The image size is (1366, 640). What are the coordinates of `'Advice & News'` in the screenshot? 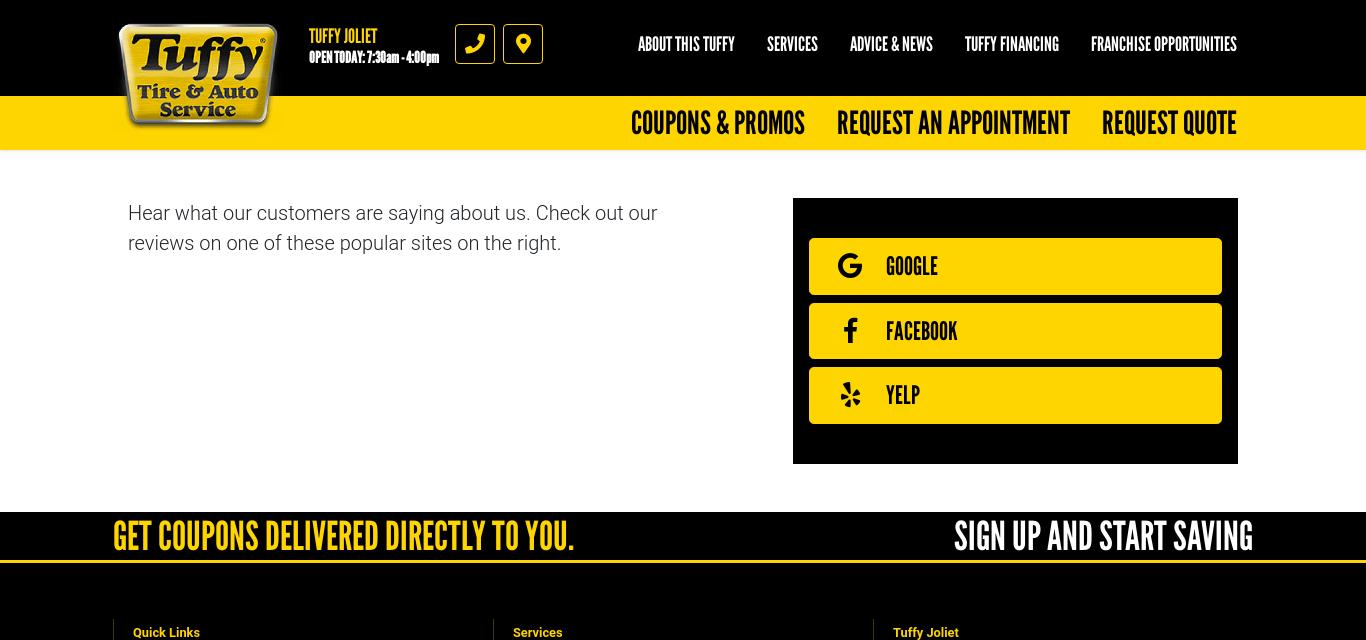 It's located at (890, 44).